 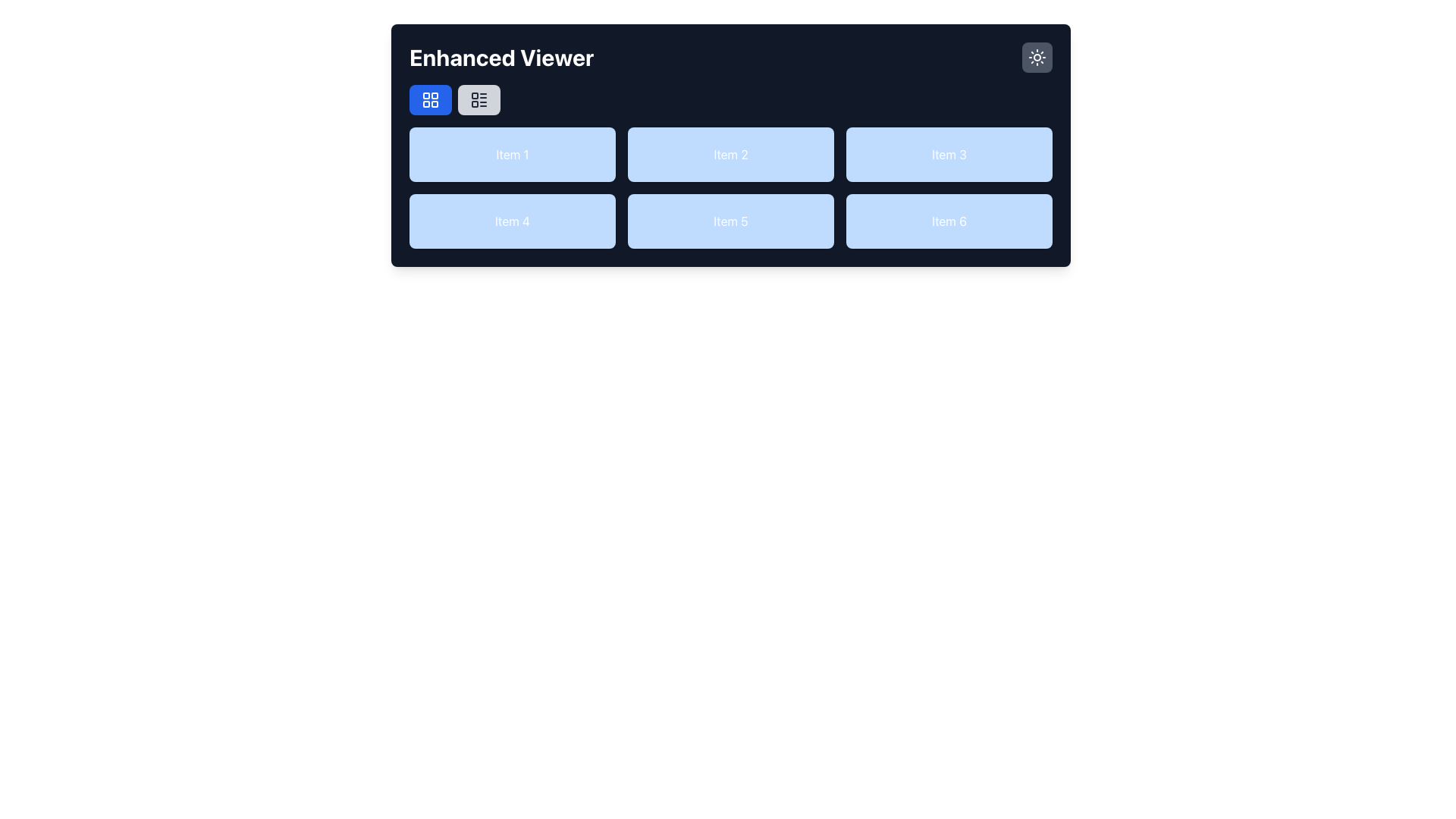 I want to click on the blue rectangular Static Label with rounded corners that contains the text 'Item 6' in white, located in the lower-right corner of the grid layout, so click(x=949, y=221).